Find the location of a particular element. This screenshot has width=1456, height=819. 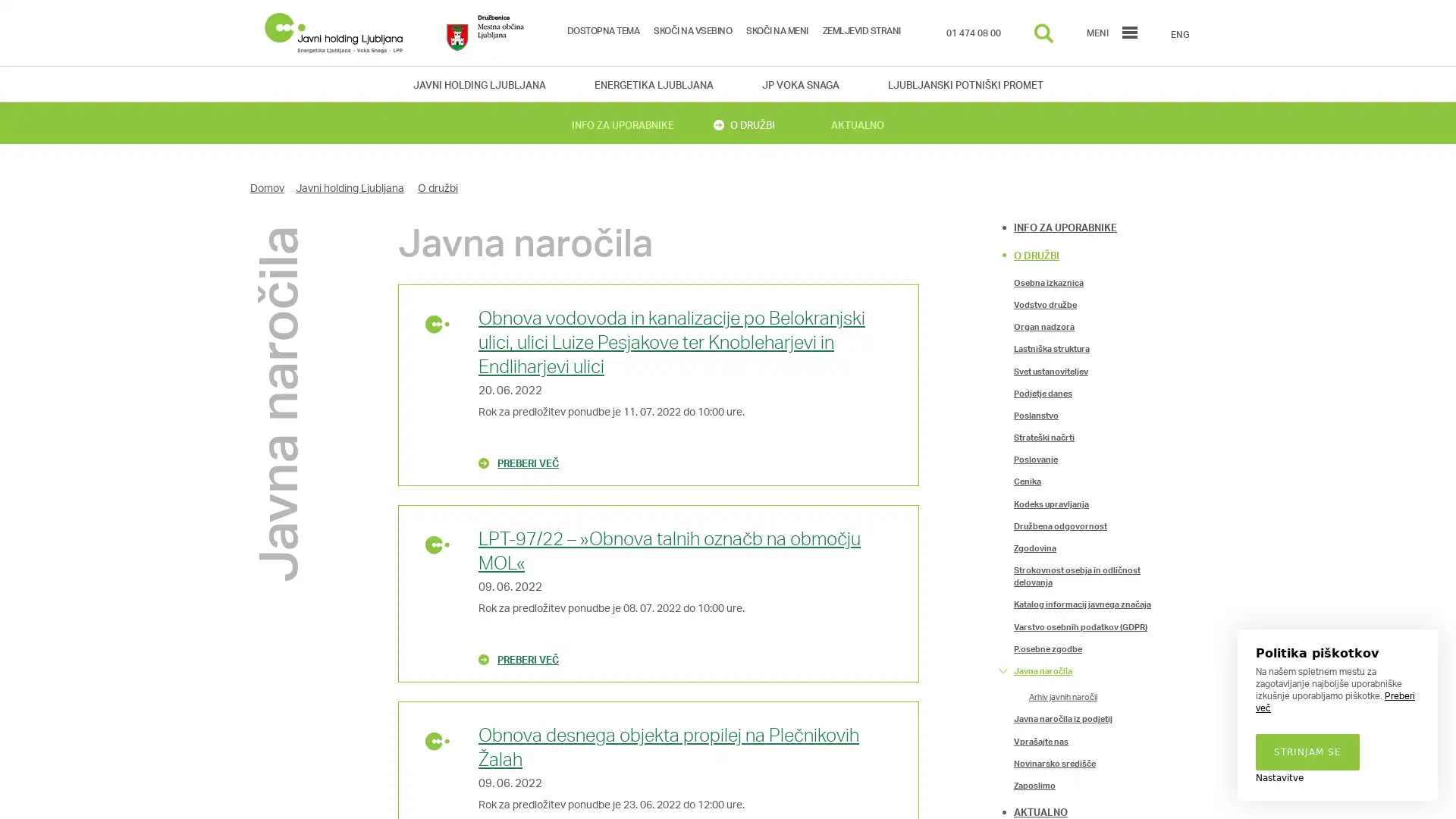

Razsiri meni is located at coordinates (1003, 718).